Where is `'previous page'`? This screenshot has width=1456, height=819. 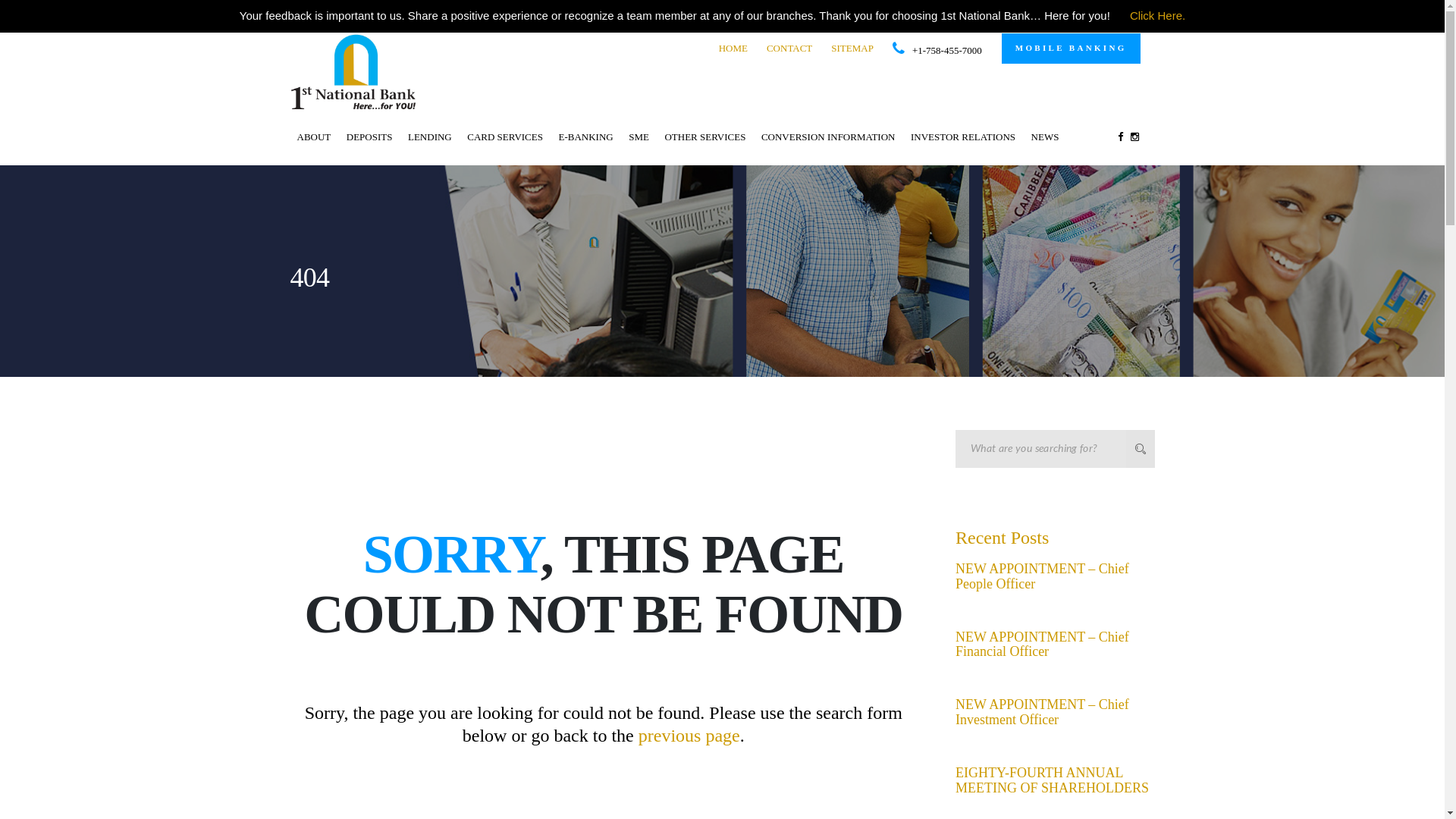
'previous page' is located at coordinates (688, 734).